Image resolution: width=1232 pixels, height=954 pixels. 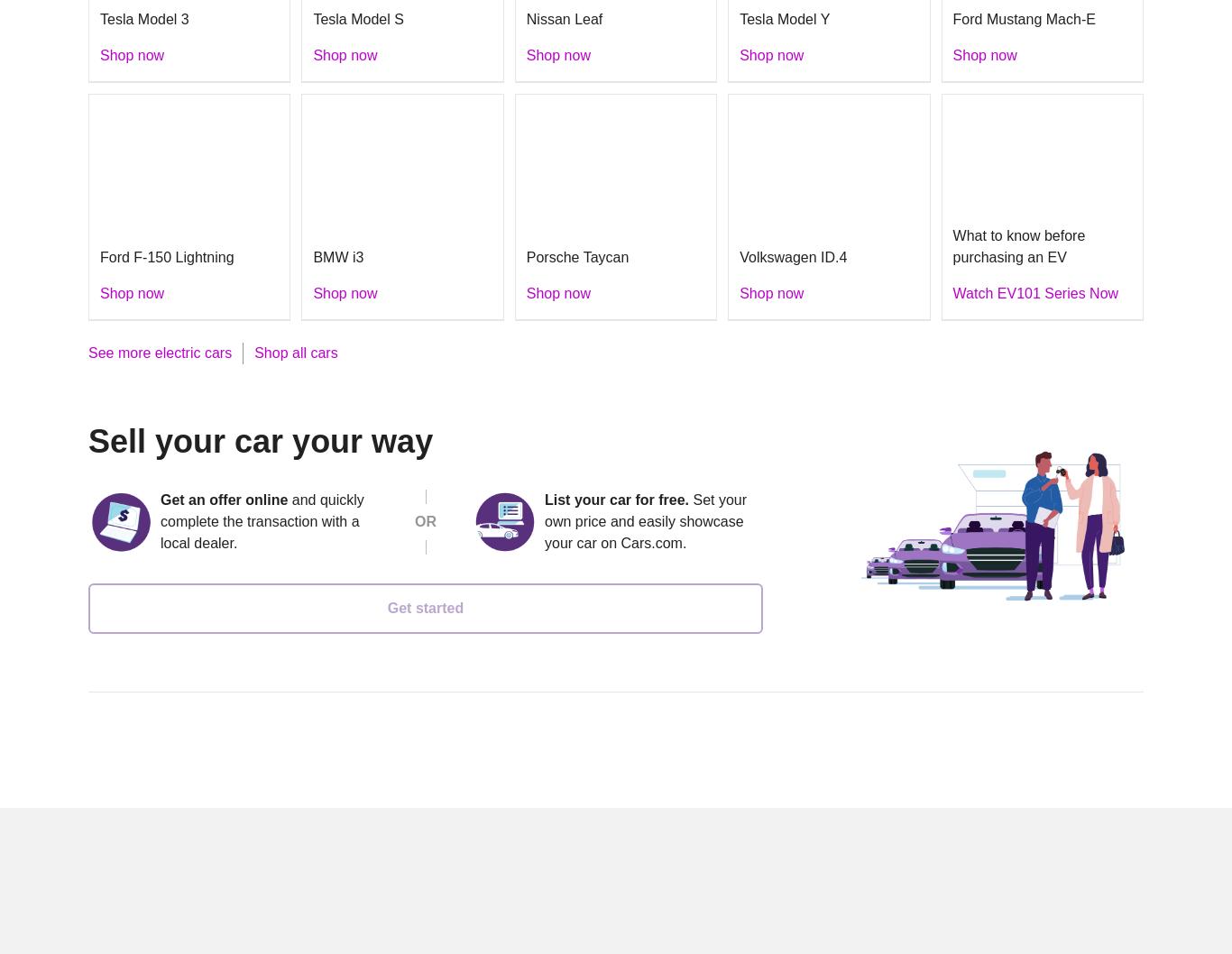 What do you see at coordinates (563, 19) in the screenshot?
I see `'Nissan Leaf'` at bounding box center [563, 19].